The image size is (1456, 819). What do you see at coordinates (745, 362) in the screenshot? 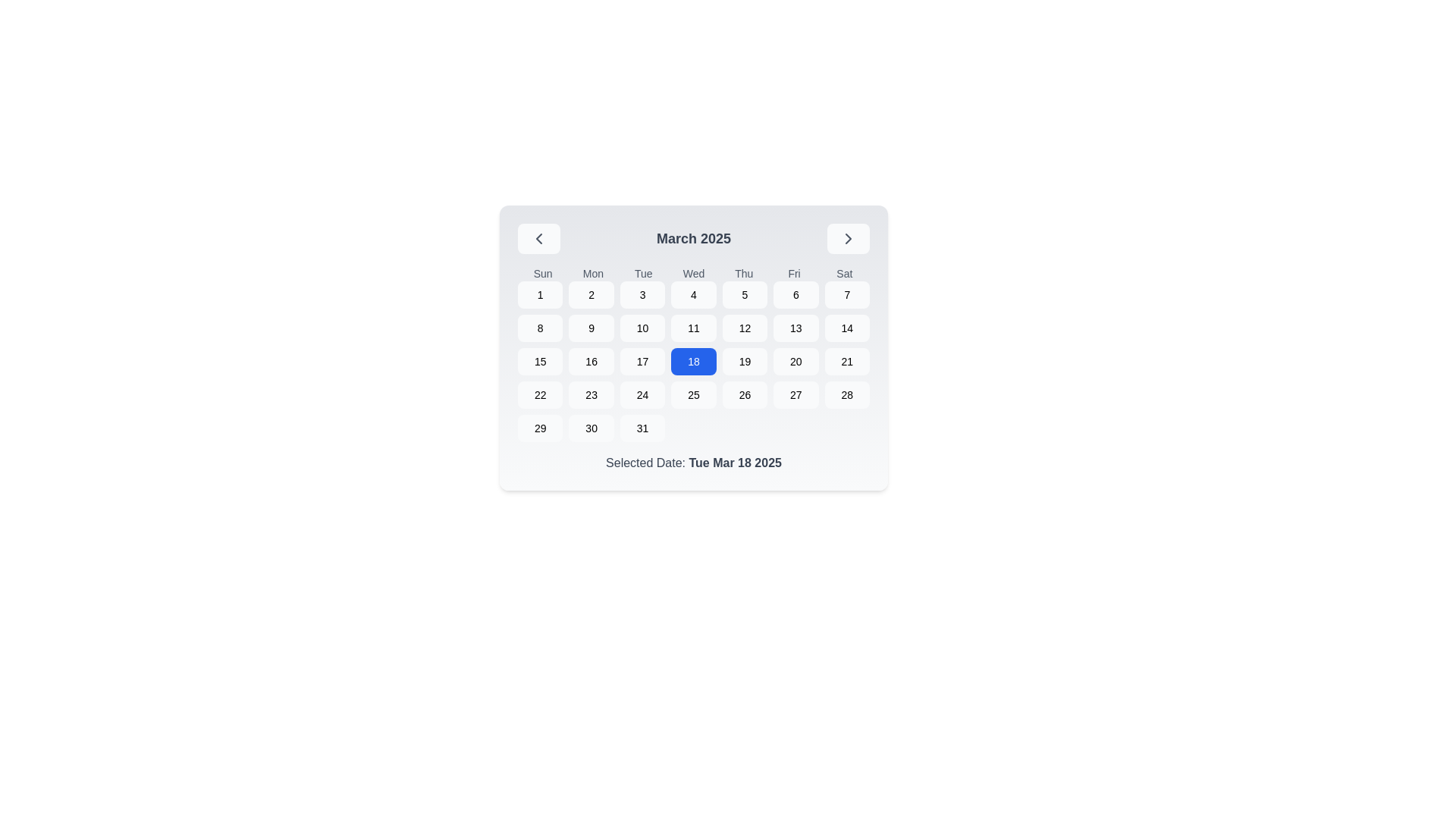
I see `the date button with the number '19' displayed in the center, which has a gray background and rounded edges` at bounding box center [745, 362].